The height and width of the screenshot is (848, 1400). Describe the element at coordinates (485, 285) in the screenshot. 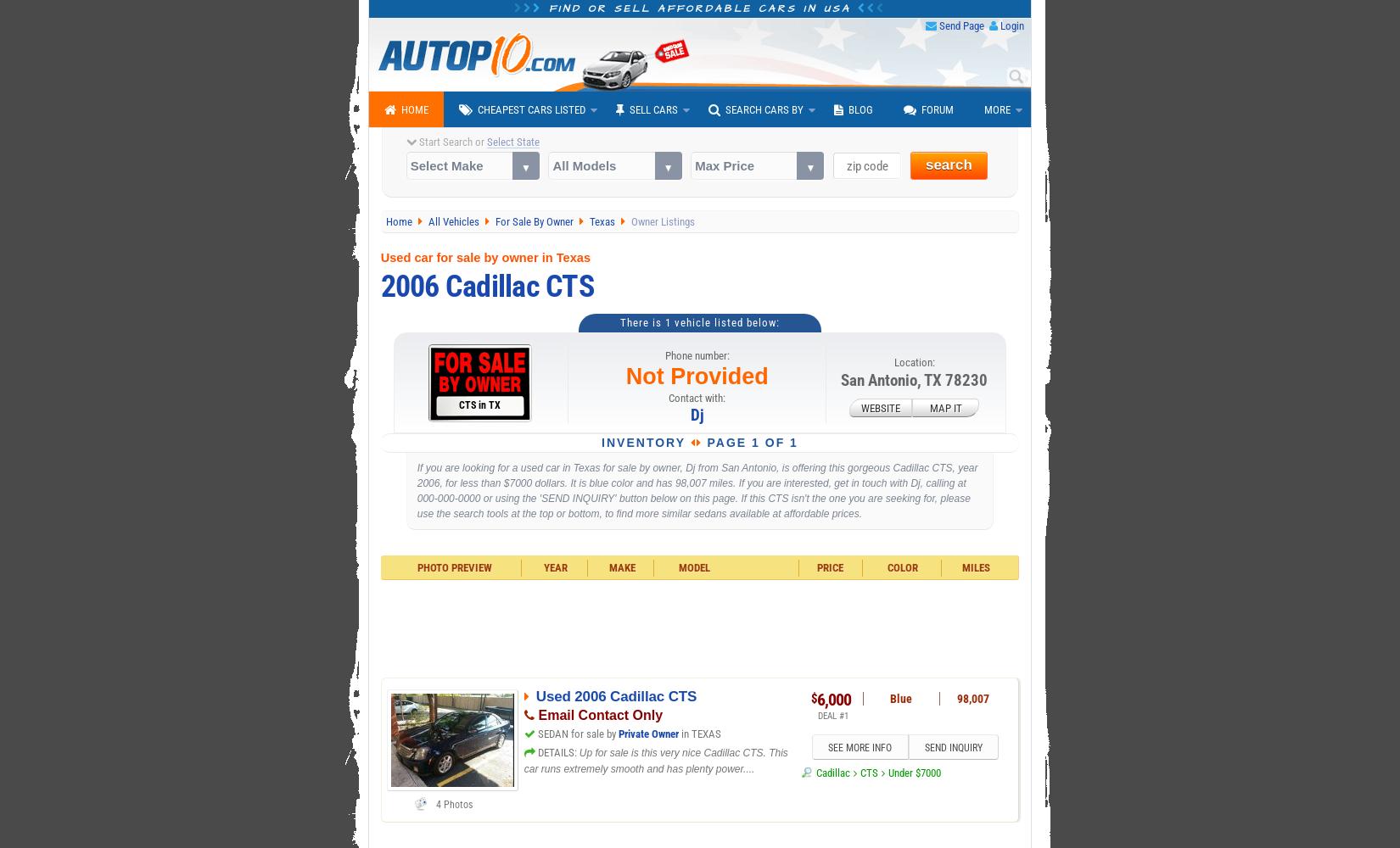

I see `'2006 Cadillac CTS'` at that location.